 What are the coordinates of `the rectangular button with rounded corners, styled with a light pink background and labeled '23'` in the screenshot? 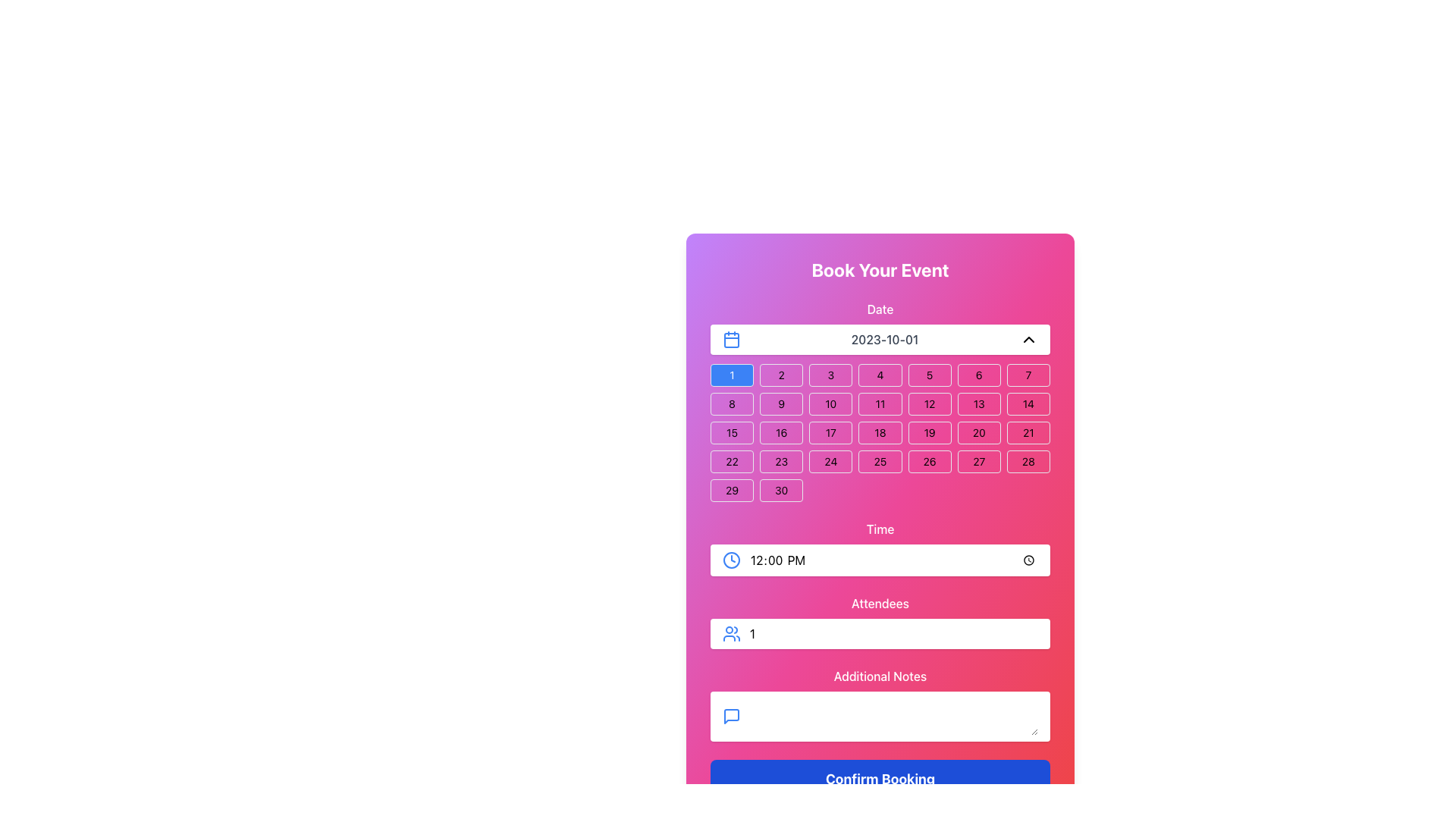 It's located at (781, 461).